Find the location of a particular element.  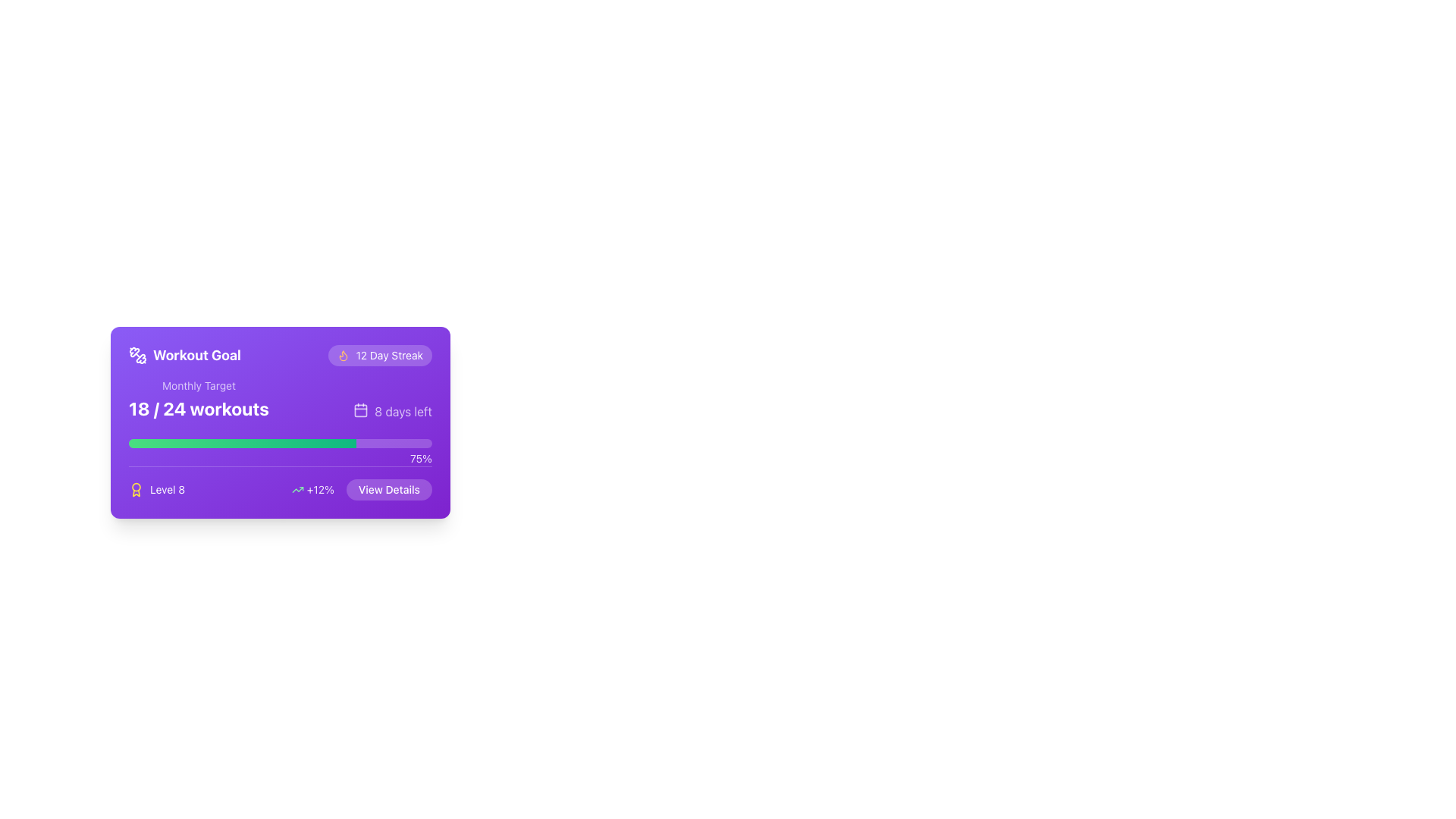

the text label displaying 'Level 8' located at the bottom-left corner of the purple card UI for additional context is located at coordinates (167, 489).